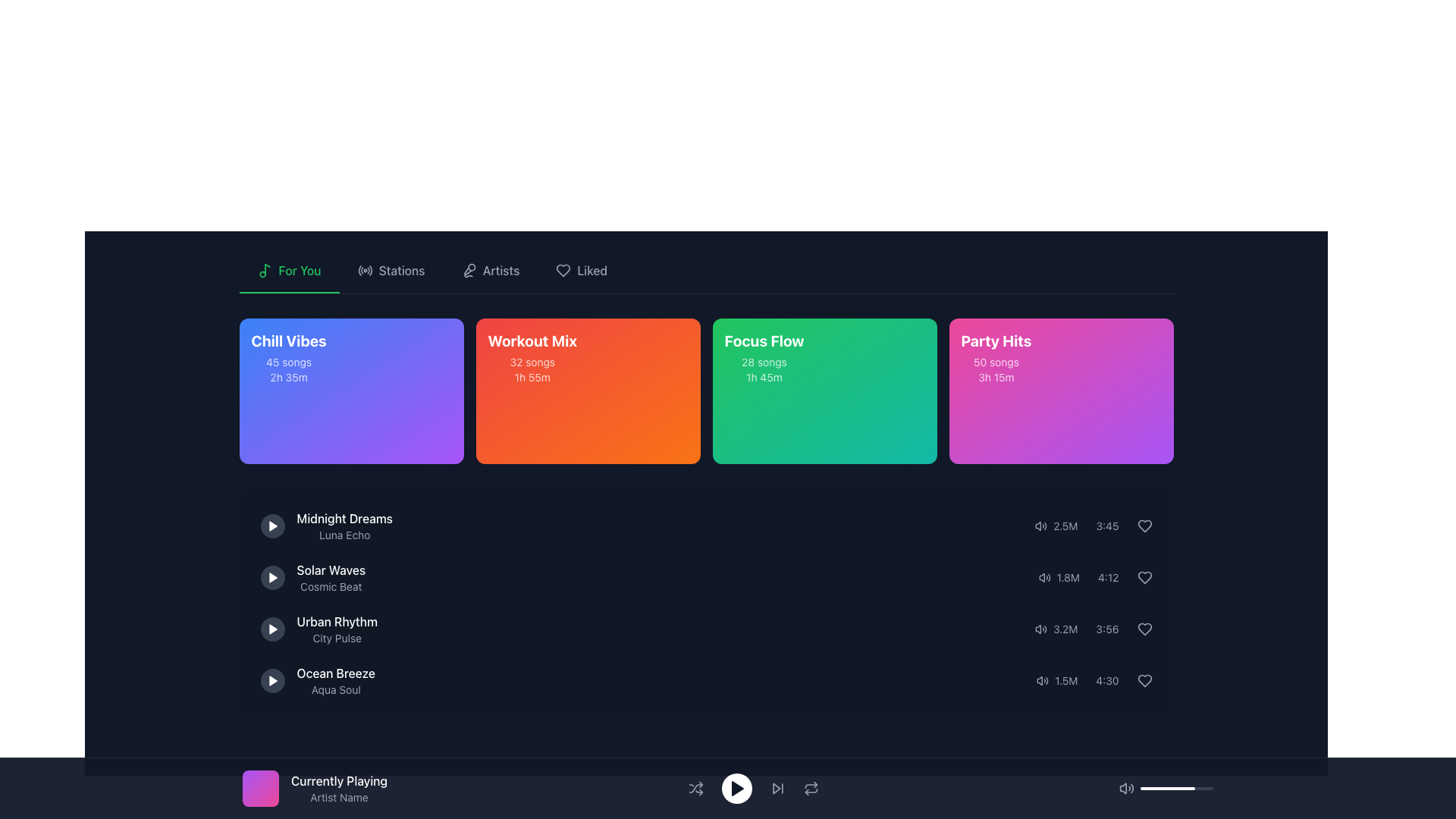  What do you see at coordinates (1144, 680) in the screenshot?
I see `the 'like' icon button located in the last row of the listed songs` at bounding box center [1144, 680].